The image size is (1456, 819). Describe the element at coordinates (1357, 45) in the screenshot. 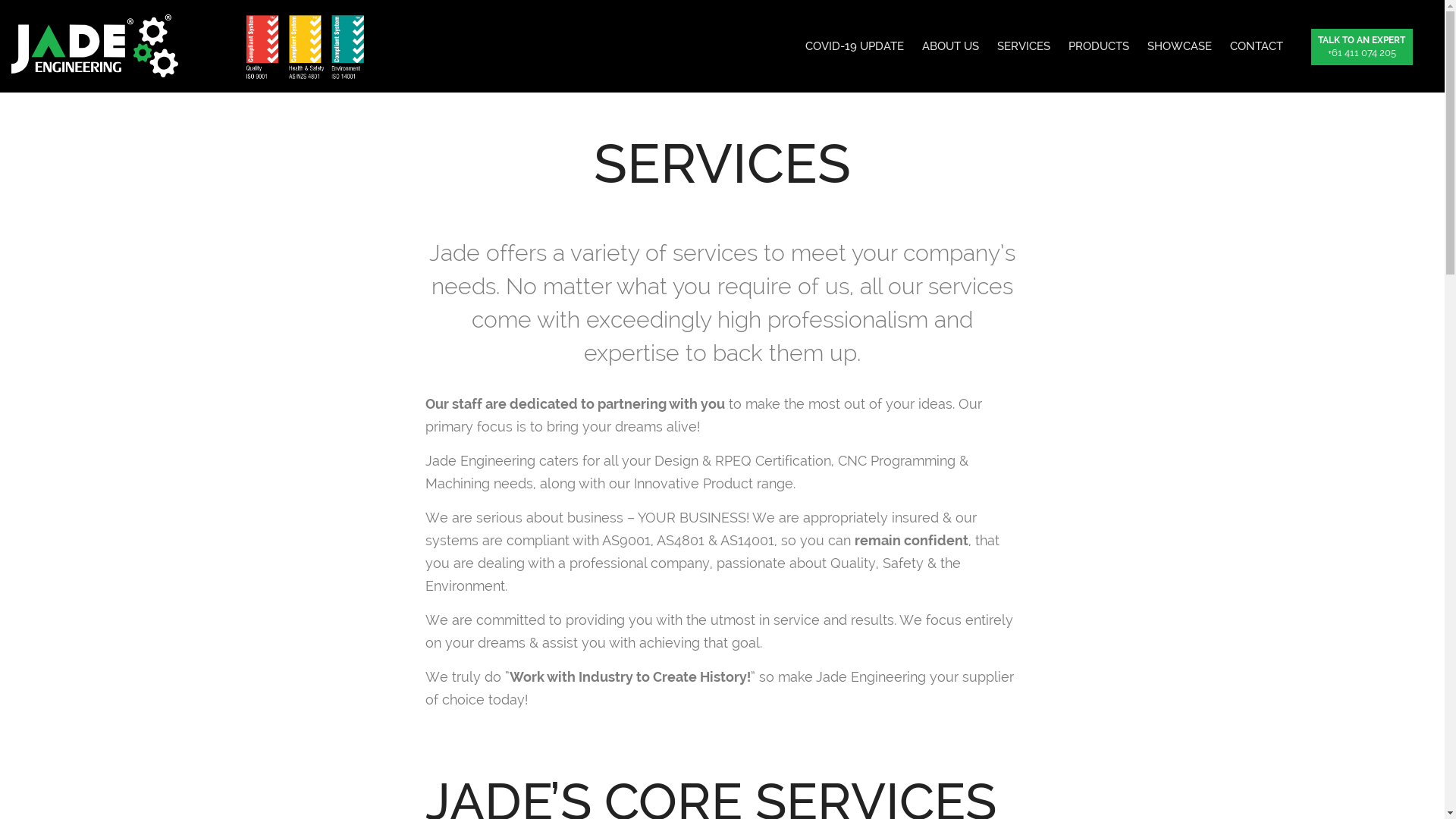

I see `'TALK TO AN EXPERT` at that location.